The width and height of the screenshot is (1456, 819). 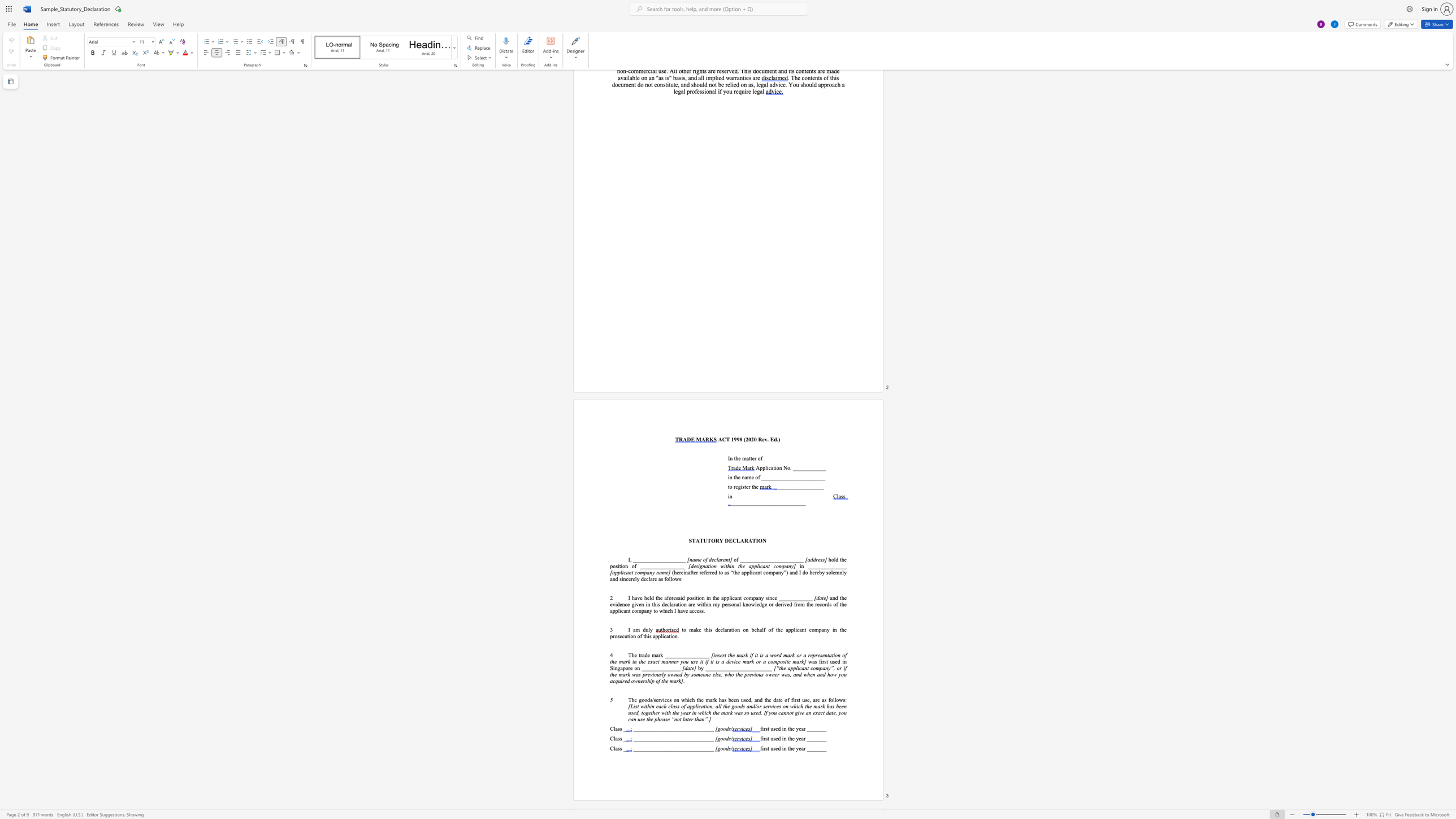 What do you see at coordinates (647, 559) in the screenshot?
I see `the subset text "________" within the text "I, ___________________"` at bounding box center [647, 559].